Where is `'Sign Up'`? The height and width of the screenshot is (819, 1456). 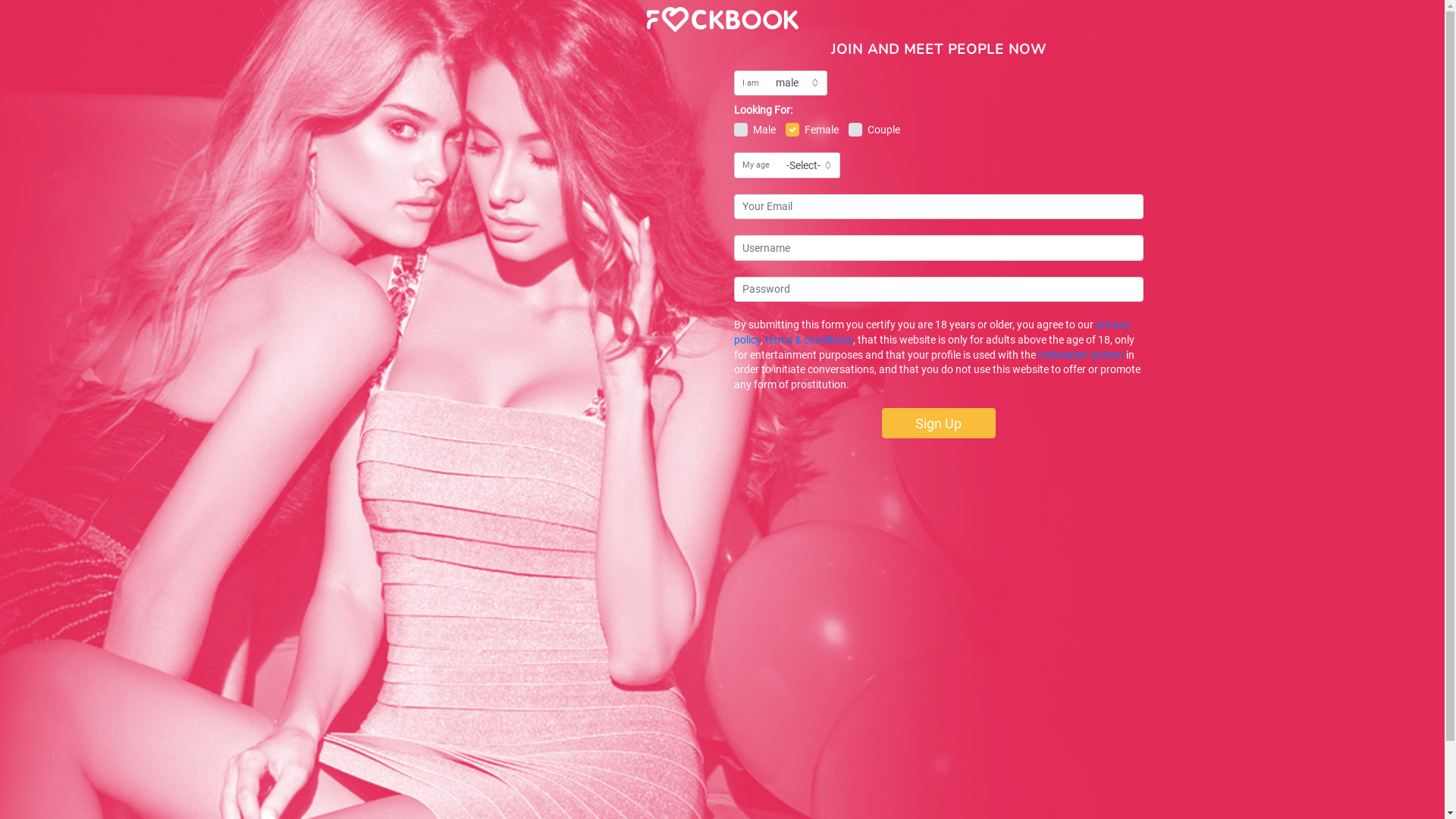 'Sign Up' is located at coordinates (937, 423).